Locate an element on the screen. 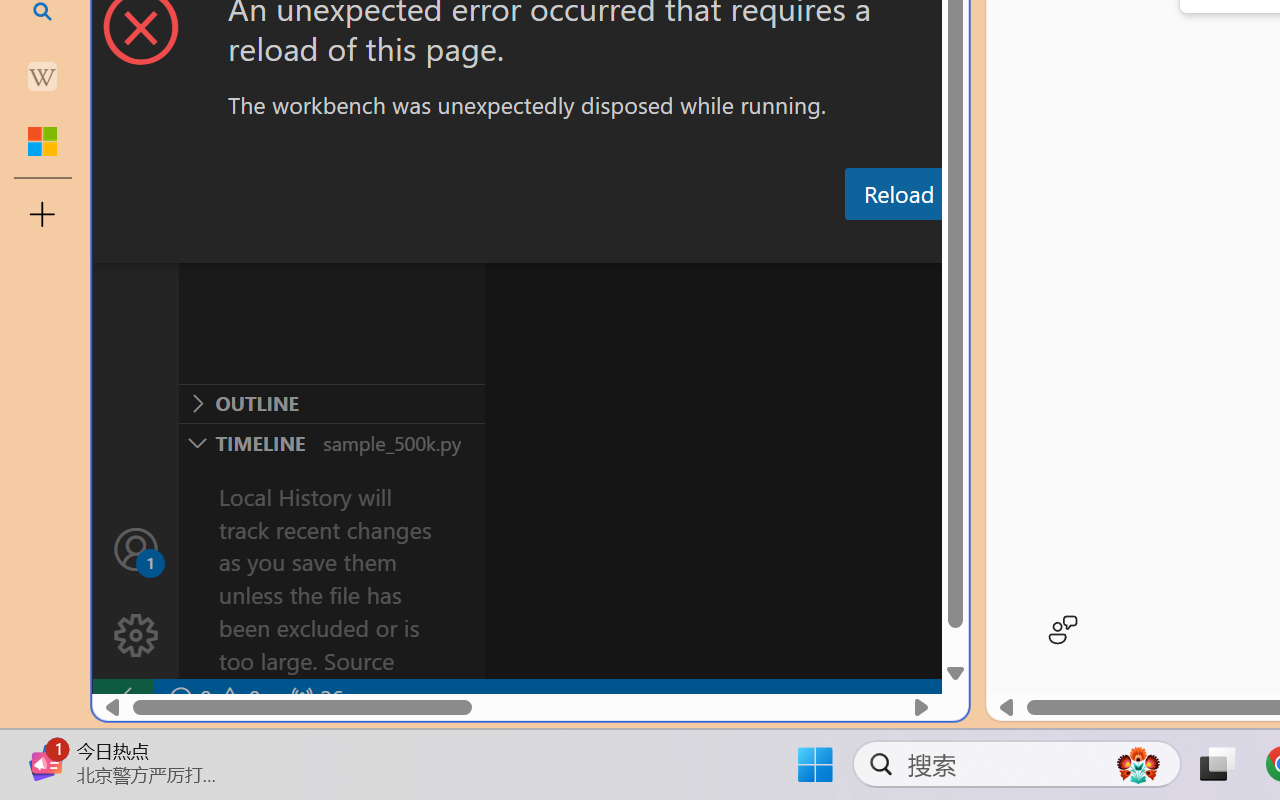 The height and width of the screenshot is (800, 1280). 'Timeline Section' is located at coordinates (331, 441).